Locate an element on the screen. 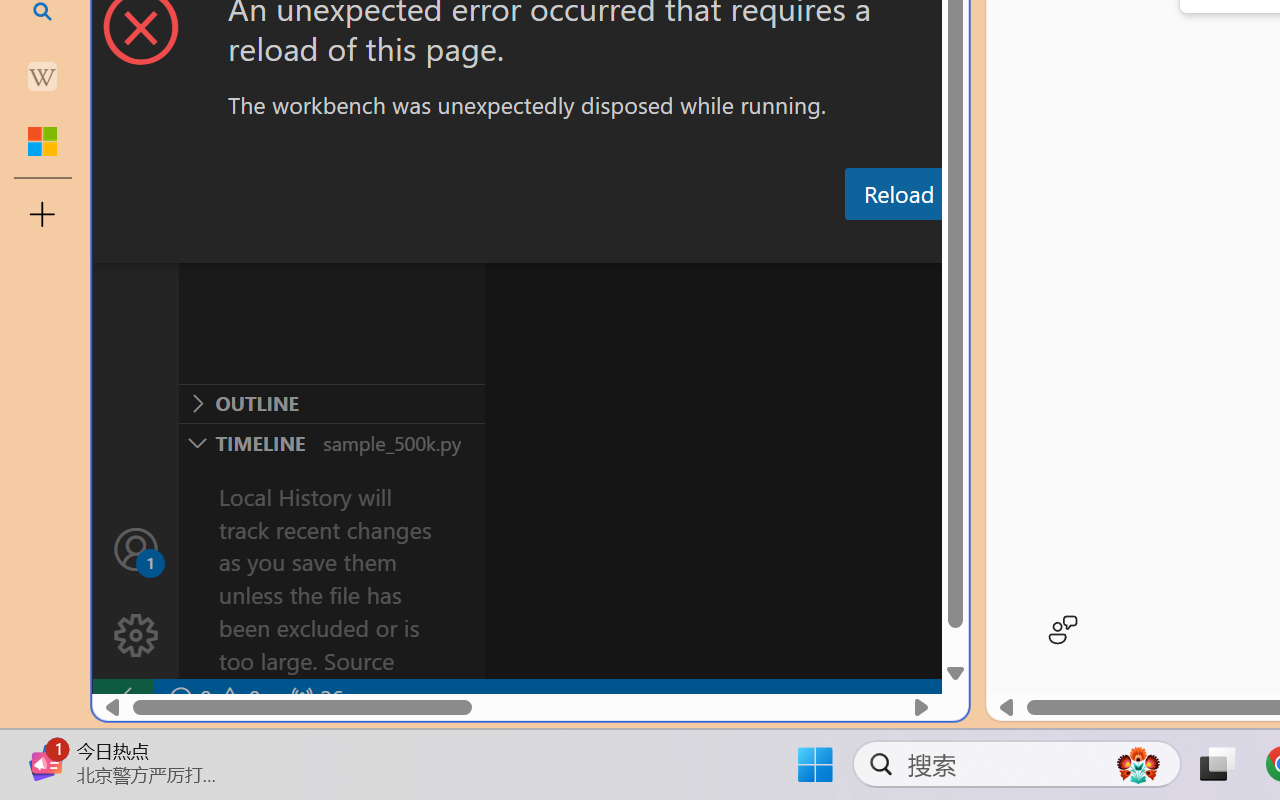 The height and width of the screenshot is (800, 1280). 'Timeline Section' is located at coordinates (331, 441).